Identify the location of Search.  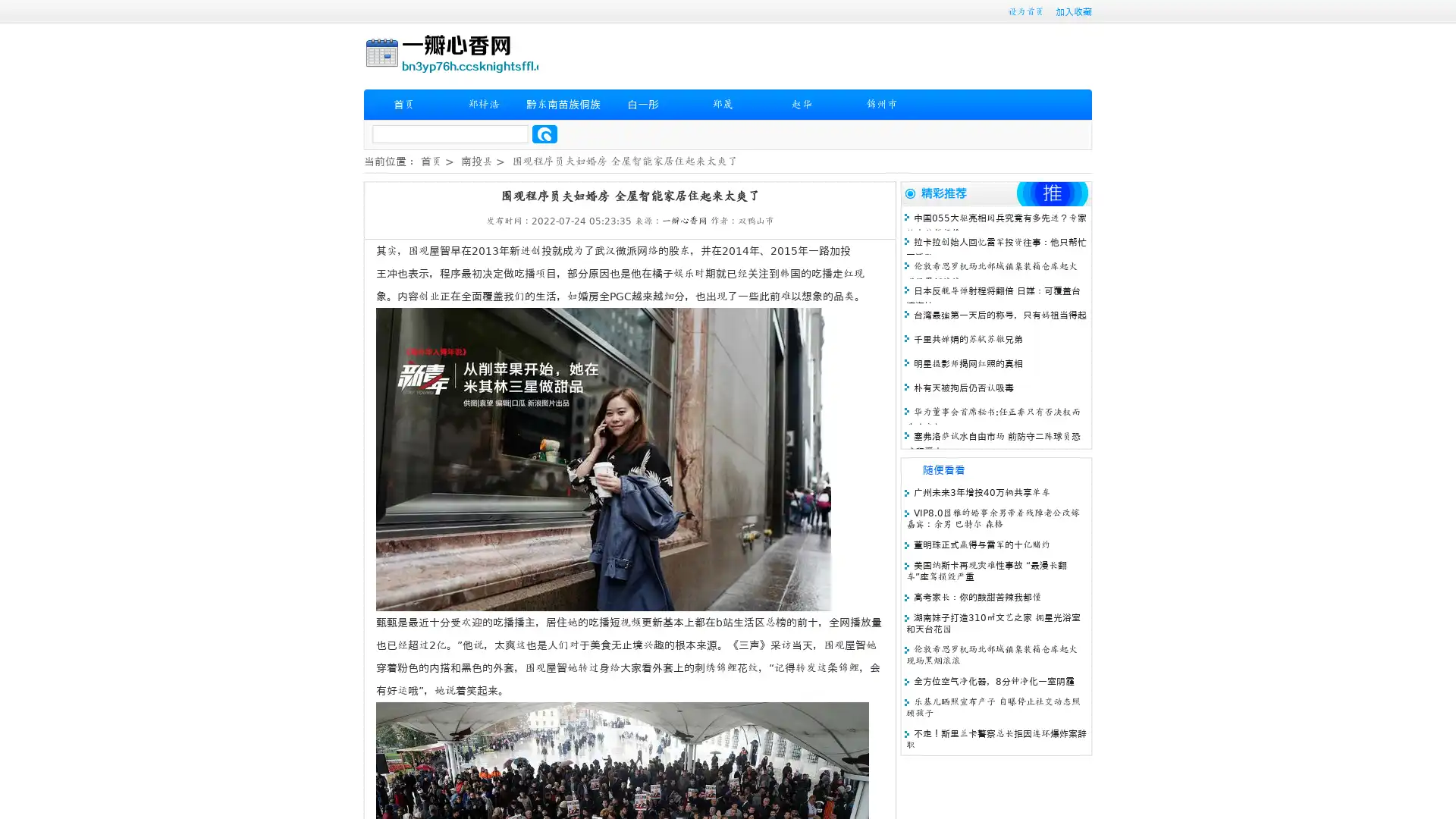
(544, 133).